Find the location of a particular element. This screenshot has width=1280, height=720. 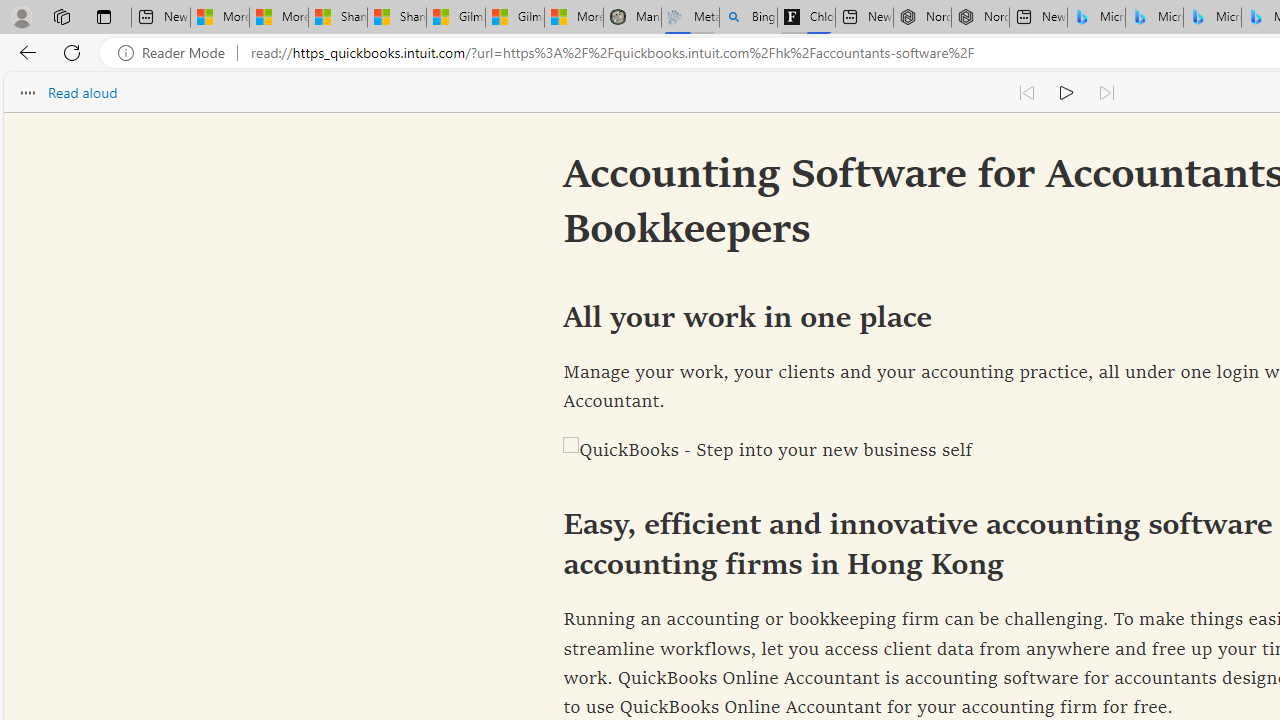

'Bing Real Estate - Home sales and rental listings' is located at coordinates (747, 17).